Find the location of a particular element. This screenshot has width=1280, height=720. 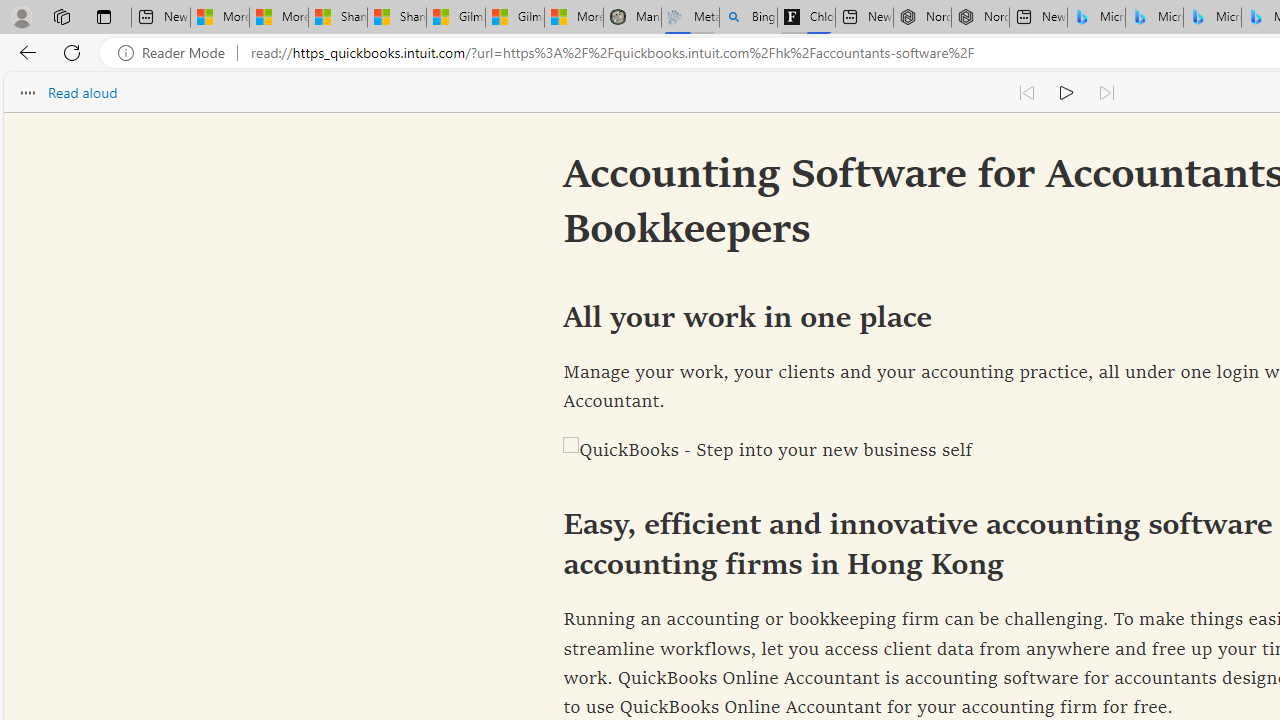

'Bing Real Estate - Home sales and rental listings' is located at coordinates (747, 17).